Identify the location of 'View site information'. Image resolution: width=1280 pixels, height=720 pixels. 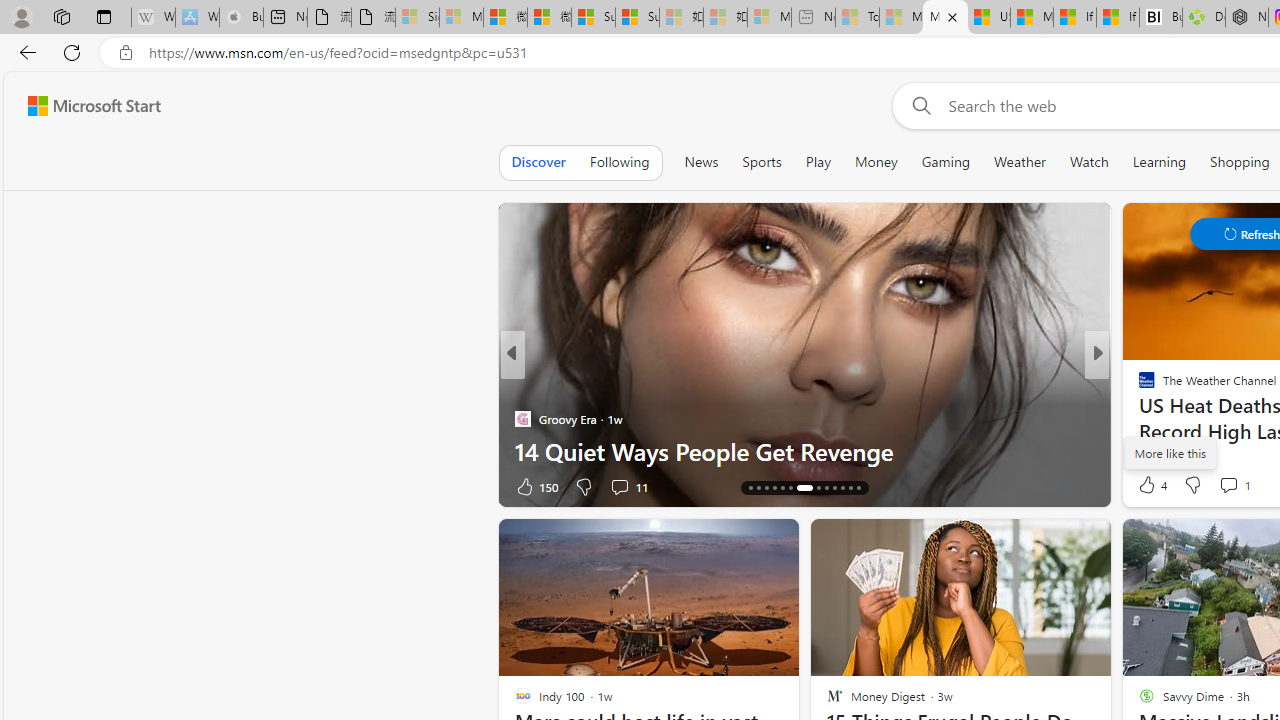
(125, 52).